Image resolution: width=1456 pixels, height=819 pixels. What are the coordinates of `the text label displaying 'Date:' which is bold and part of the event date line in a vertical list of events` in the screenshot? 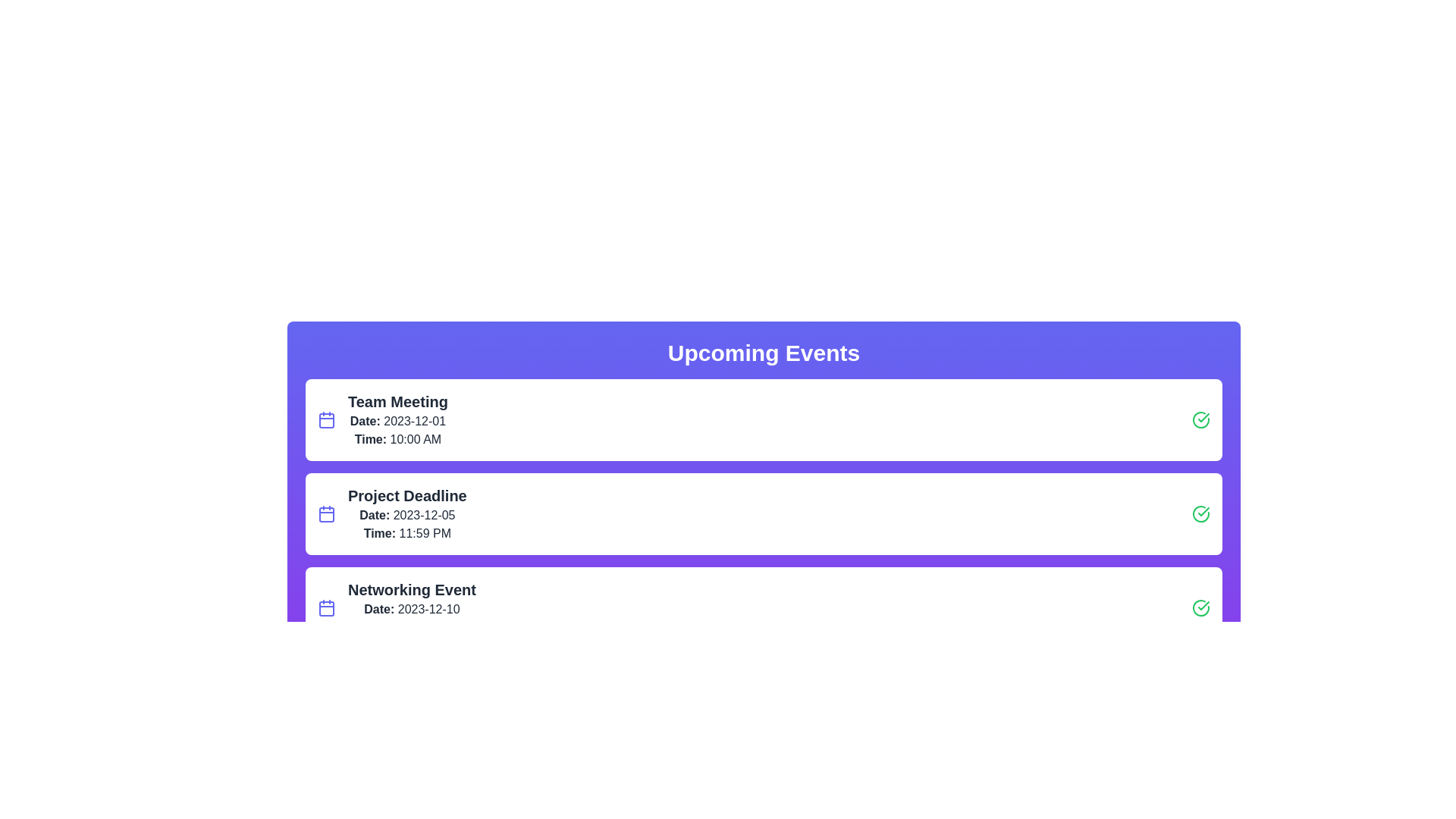 It's located at (379, 608).